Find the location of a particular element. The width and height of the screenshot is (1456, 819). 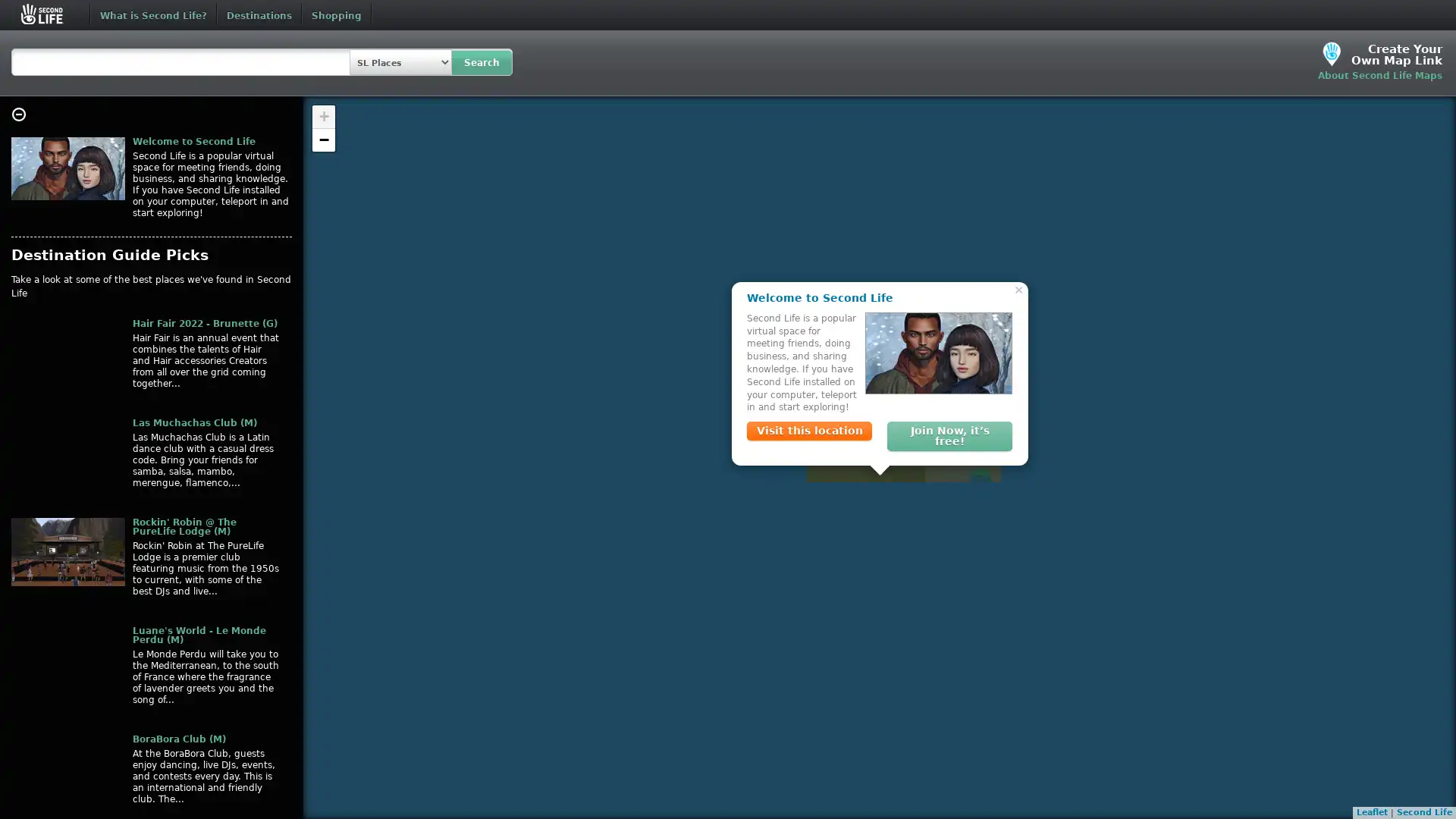

Zoom out is located at coordinates (323, 140).